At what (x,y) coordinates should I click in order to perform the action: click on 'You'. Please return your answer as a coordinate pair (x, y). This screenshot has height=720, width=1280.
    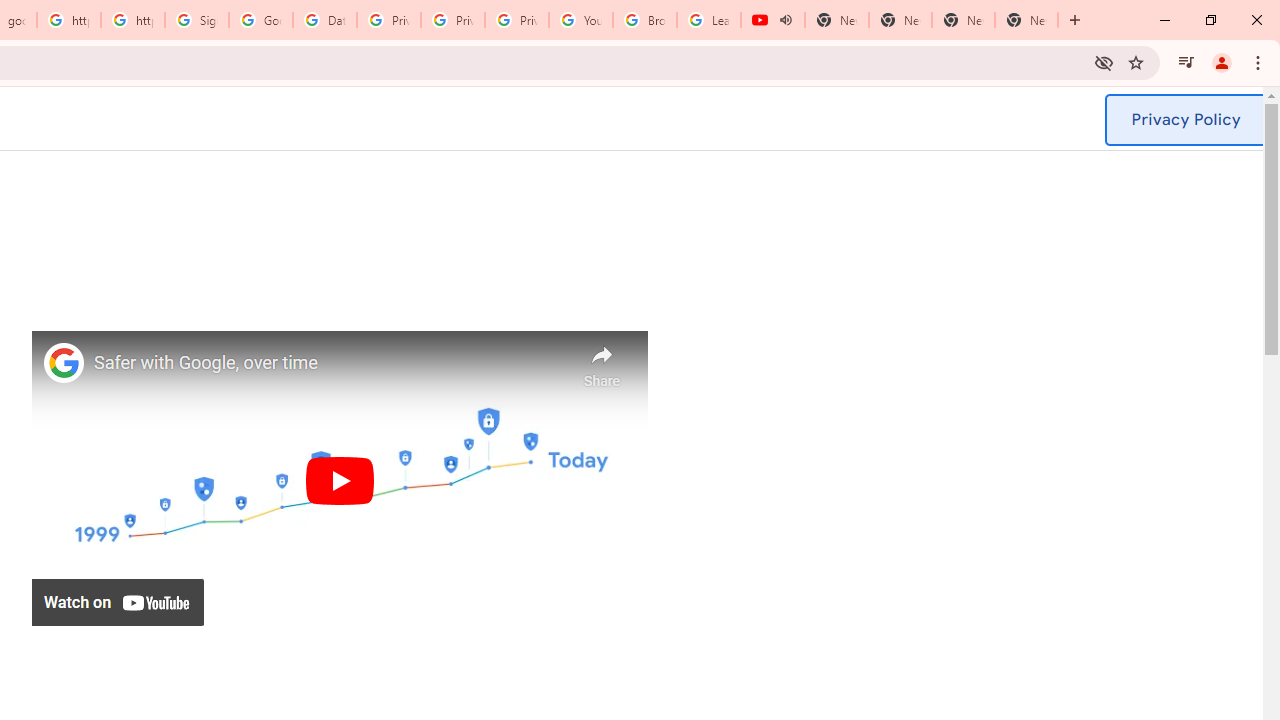
    Looking at the image, I should click on (1220, 61).